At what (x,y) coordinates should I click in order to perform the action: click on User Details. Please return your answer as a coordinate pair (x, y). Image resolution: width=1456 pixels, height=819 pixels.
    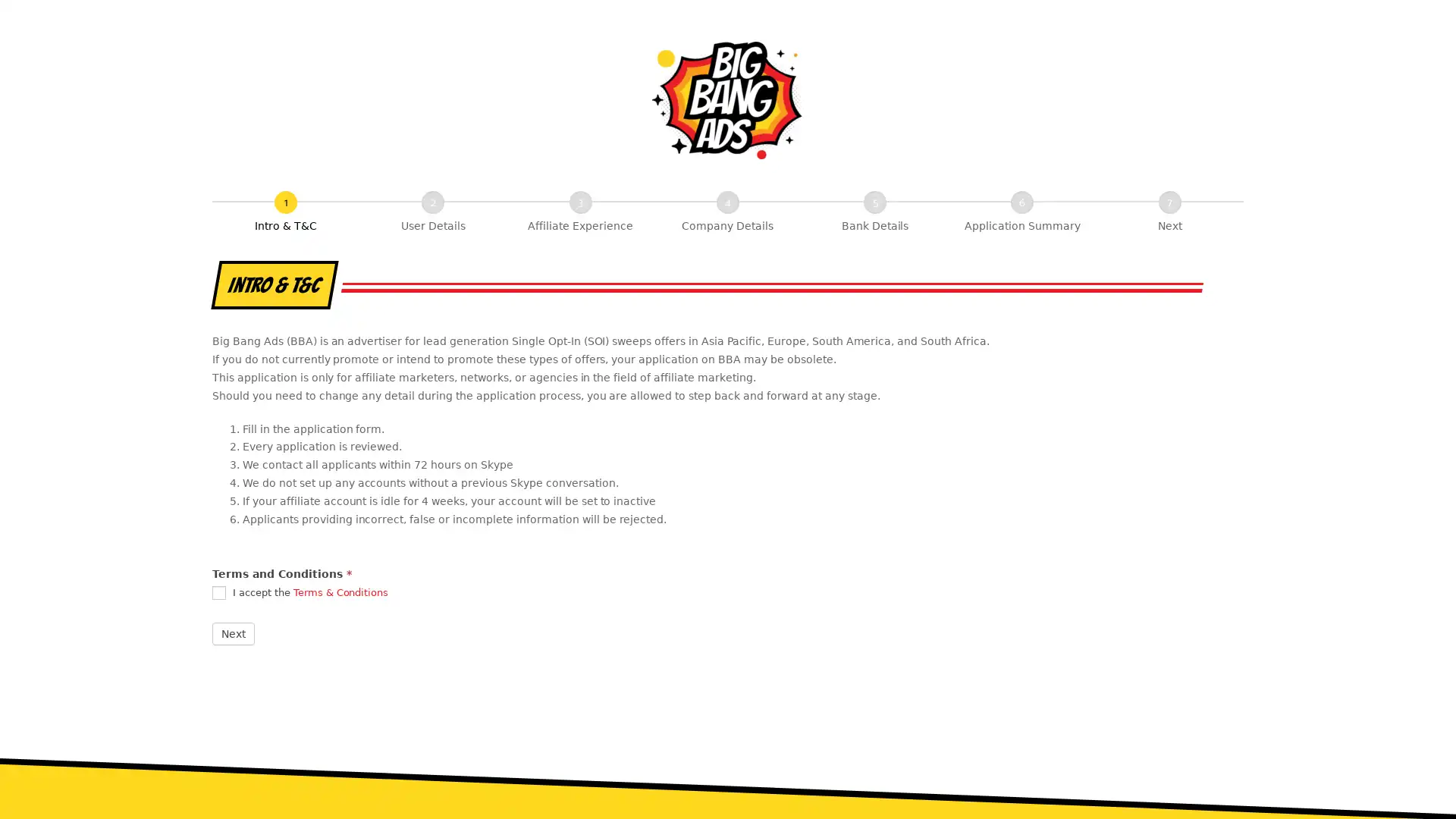
    Looking at the image, I should click on (432, 201).